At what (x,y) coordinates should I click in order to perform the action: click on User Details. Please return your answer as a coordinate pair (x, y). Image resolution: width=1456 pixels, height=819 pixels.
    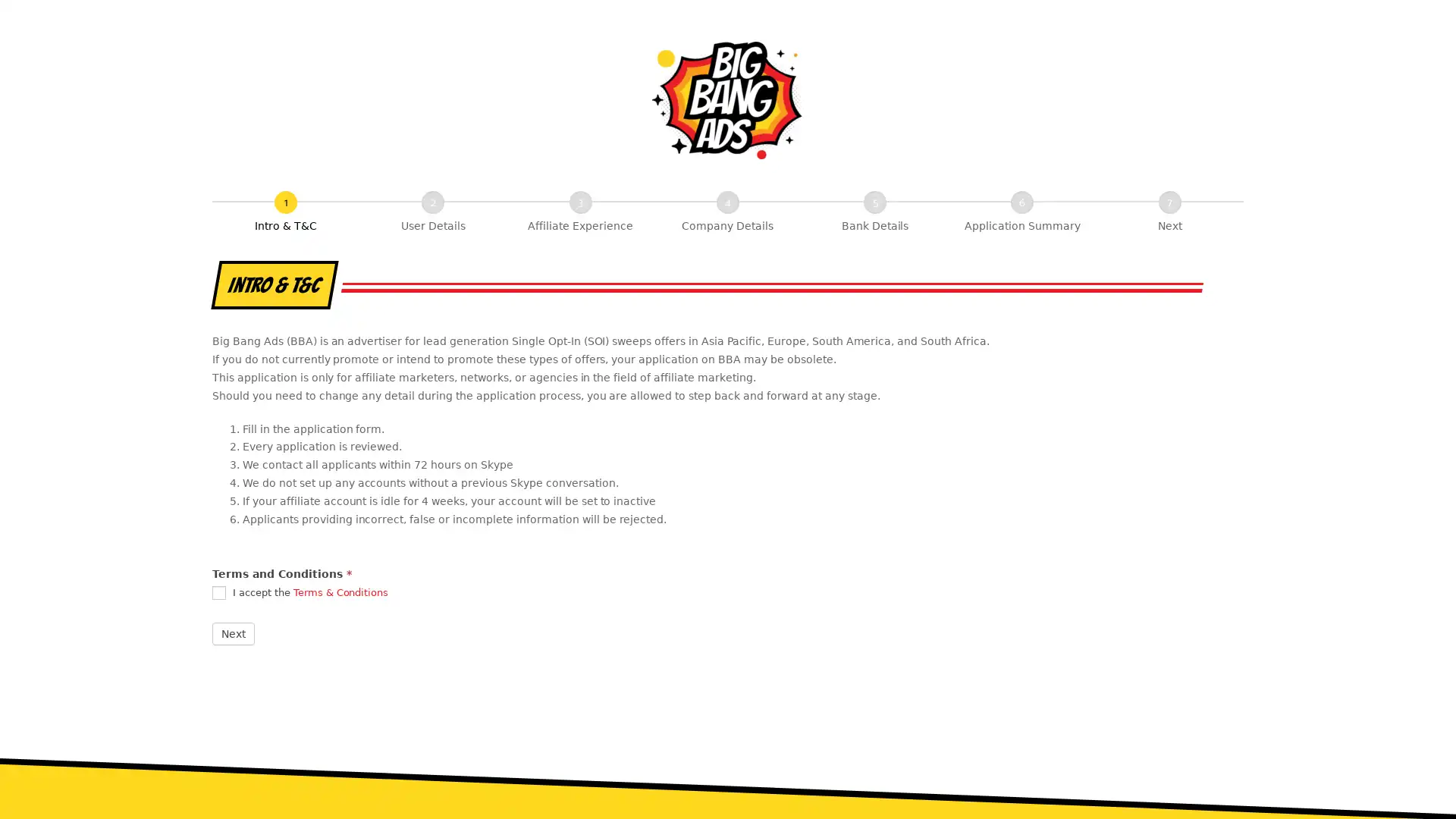
    Looking at the image, I should click on (432, 201).